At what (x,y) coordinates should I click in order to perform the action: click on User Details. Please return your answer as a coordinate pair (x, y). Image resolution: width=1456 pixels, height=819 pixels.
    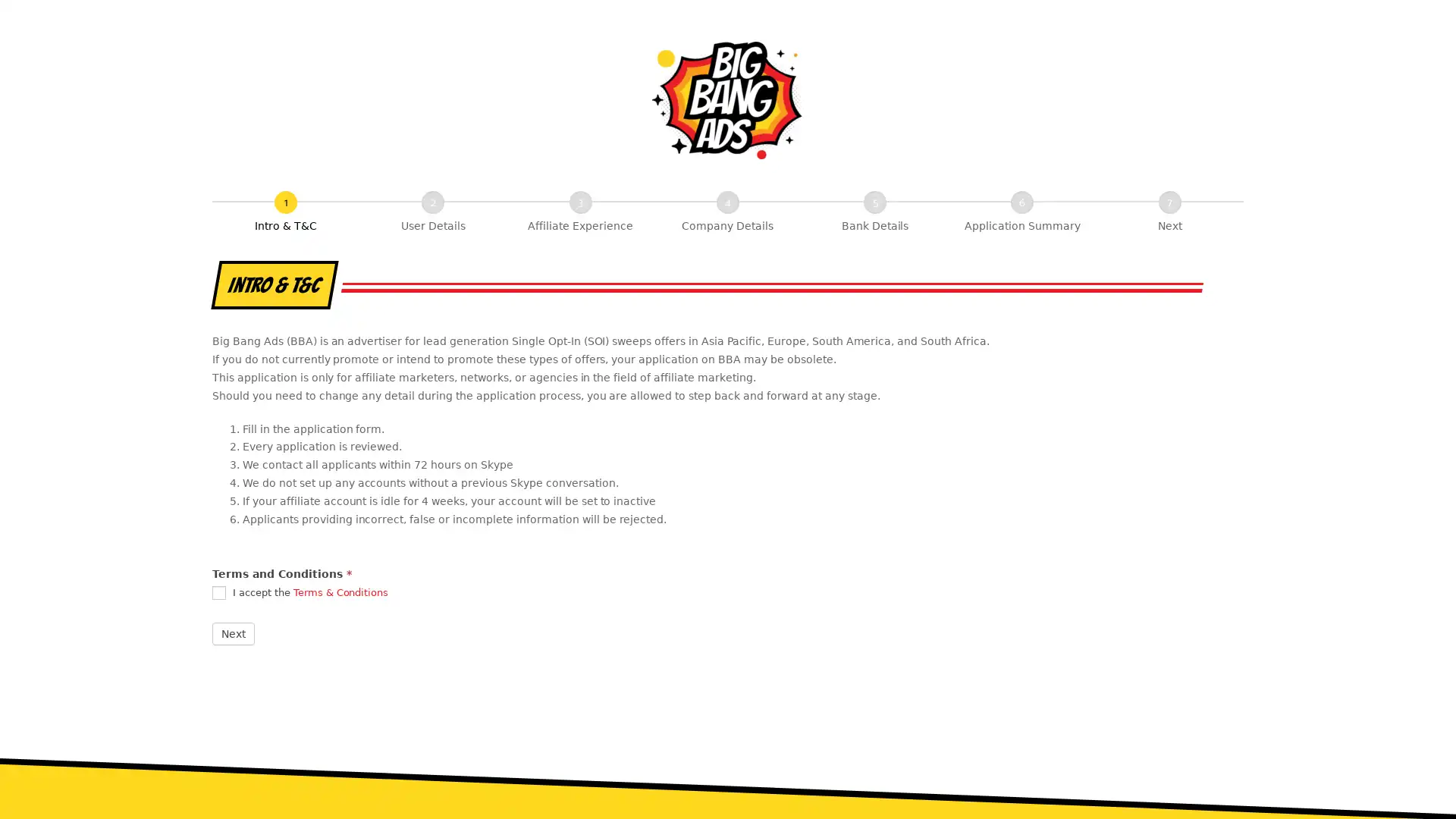
    Looking at the image, I should click on (432, 201).